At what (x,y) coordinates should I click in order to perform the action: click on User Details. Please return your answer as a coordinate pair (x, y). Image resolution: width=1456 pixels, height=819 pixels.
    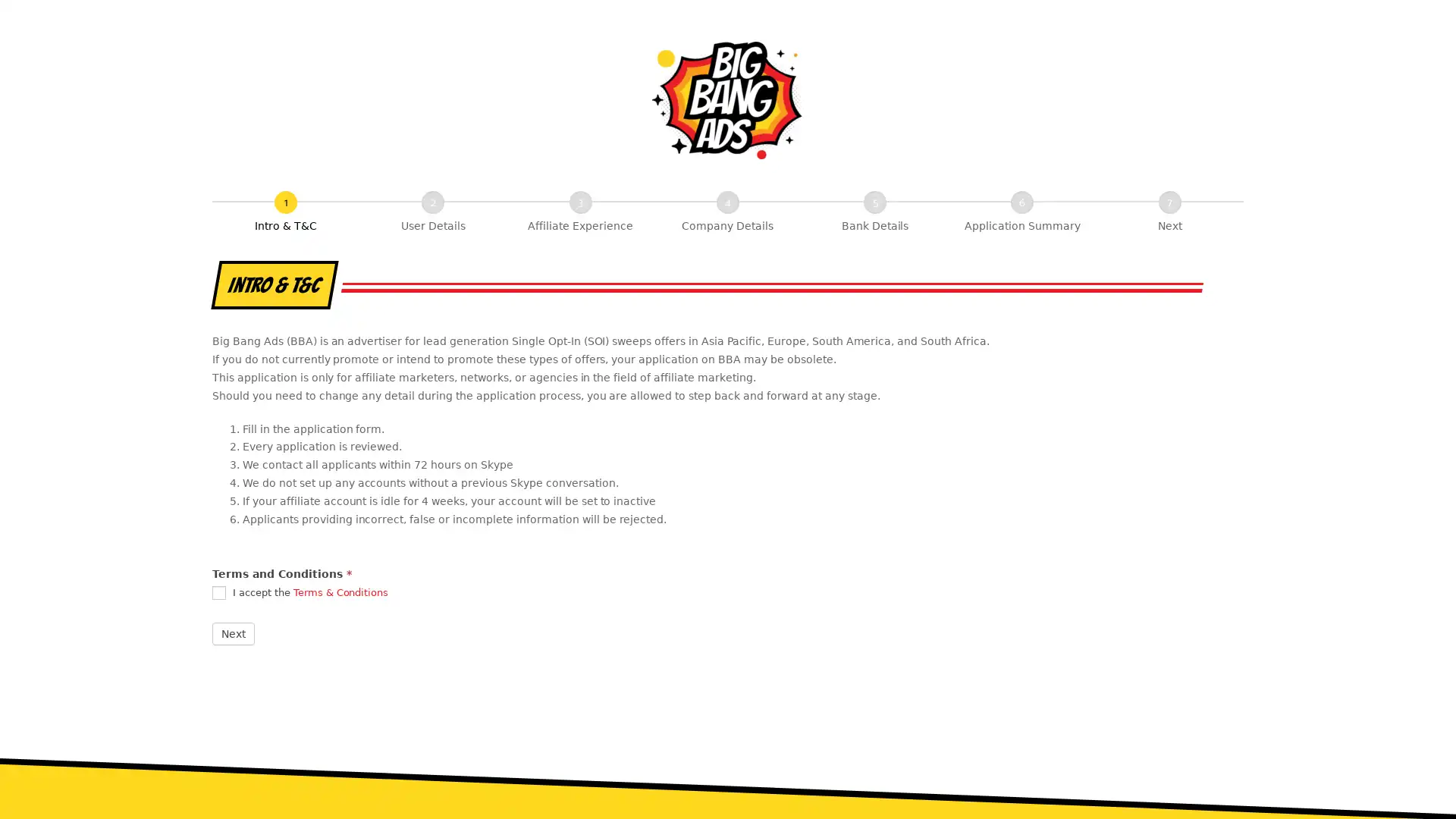
    Looking at the image, I should click on (432, 201).